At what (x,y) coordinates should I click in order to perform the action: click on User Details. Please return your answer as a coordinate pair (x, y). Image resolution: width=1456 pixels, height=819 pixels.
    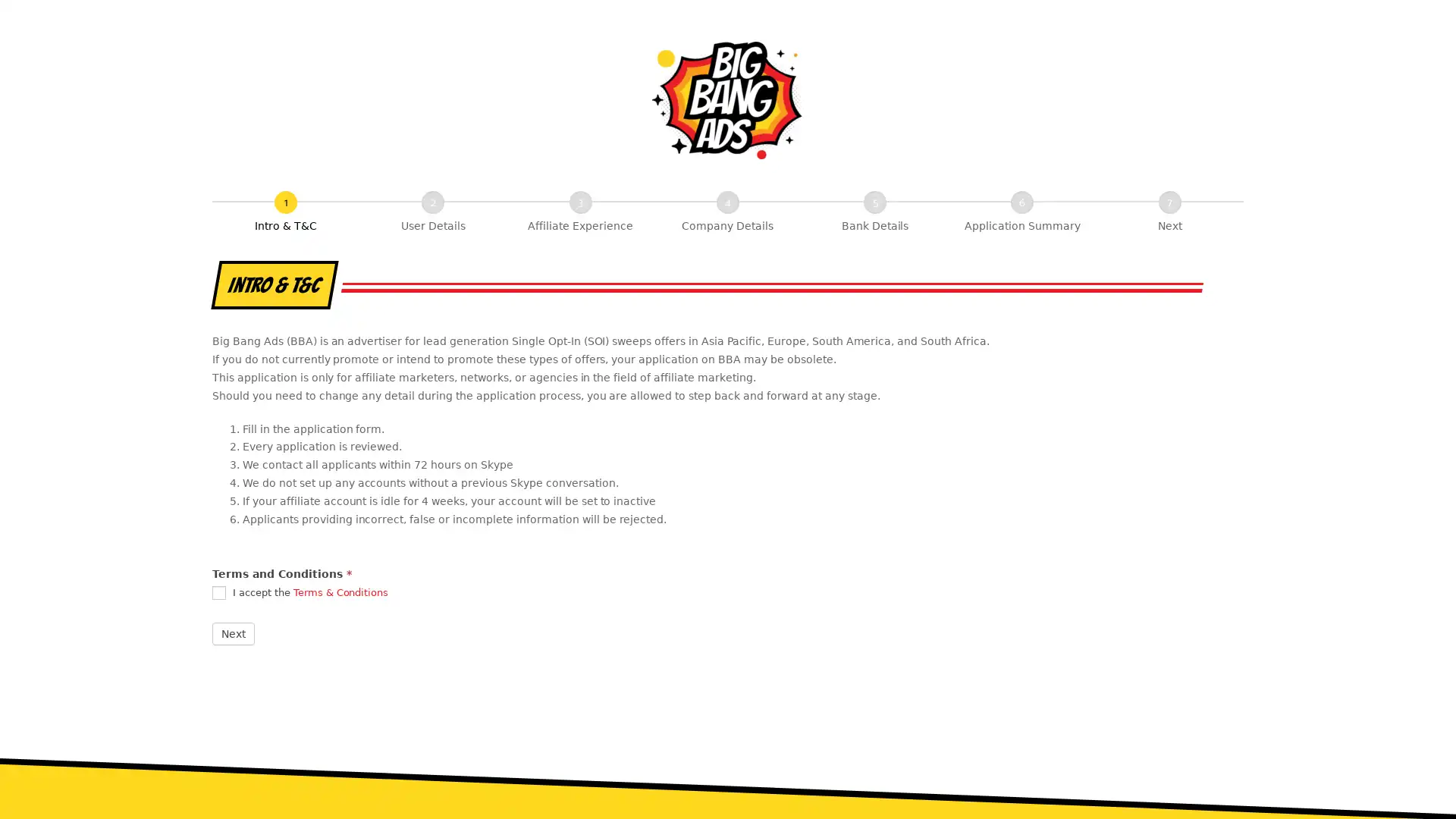
    Looking at the image, I should click on (432, 201).